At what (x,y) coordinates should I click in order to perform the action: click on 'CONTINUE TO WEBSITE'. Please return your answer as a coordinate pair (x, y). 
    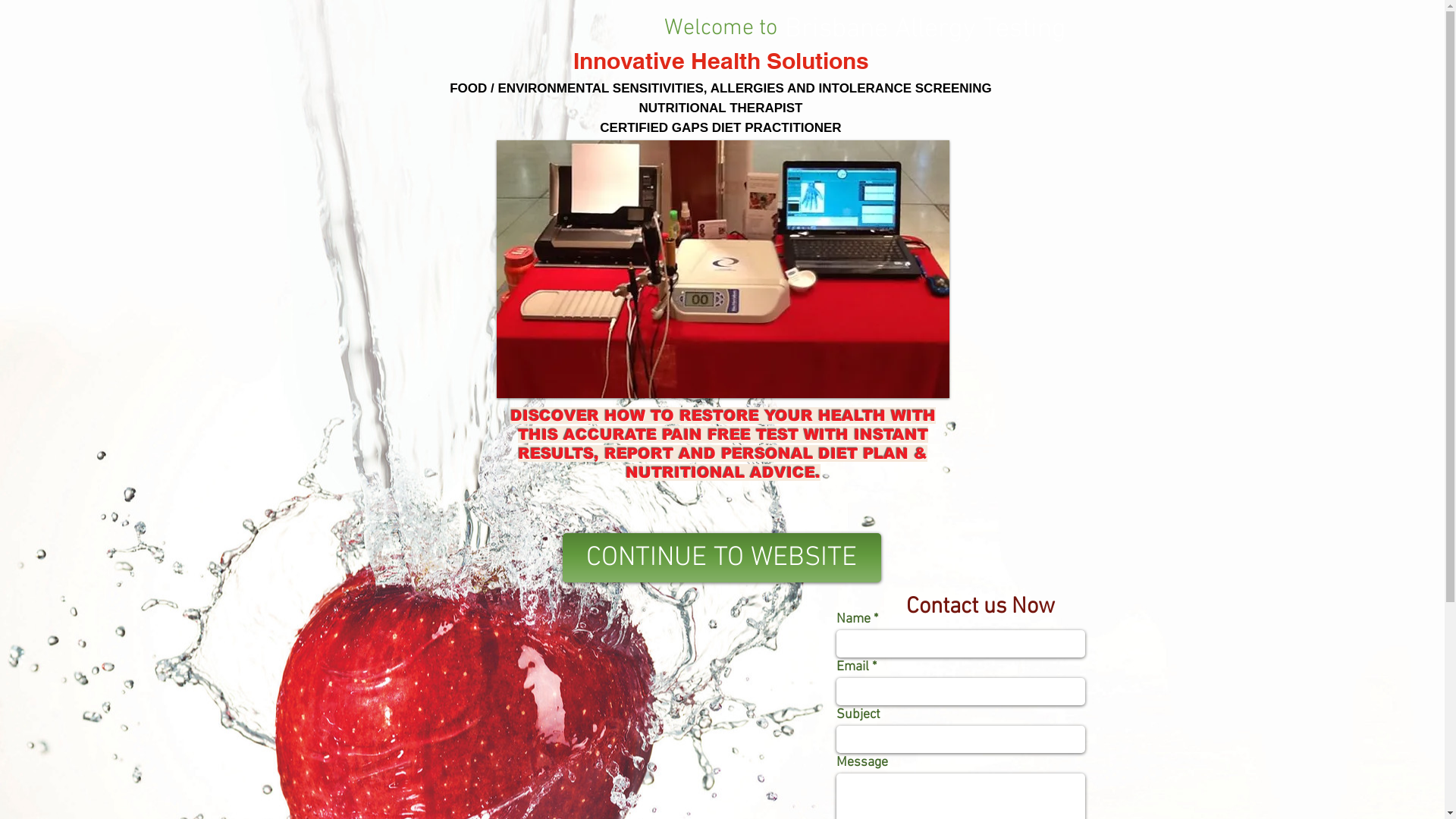
    Looking at the image, I should click on (720, 557).